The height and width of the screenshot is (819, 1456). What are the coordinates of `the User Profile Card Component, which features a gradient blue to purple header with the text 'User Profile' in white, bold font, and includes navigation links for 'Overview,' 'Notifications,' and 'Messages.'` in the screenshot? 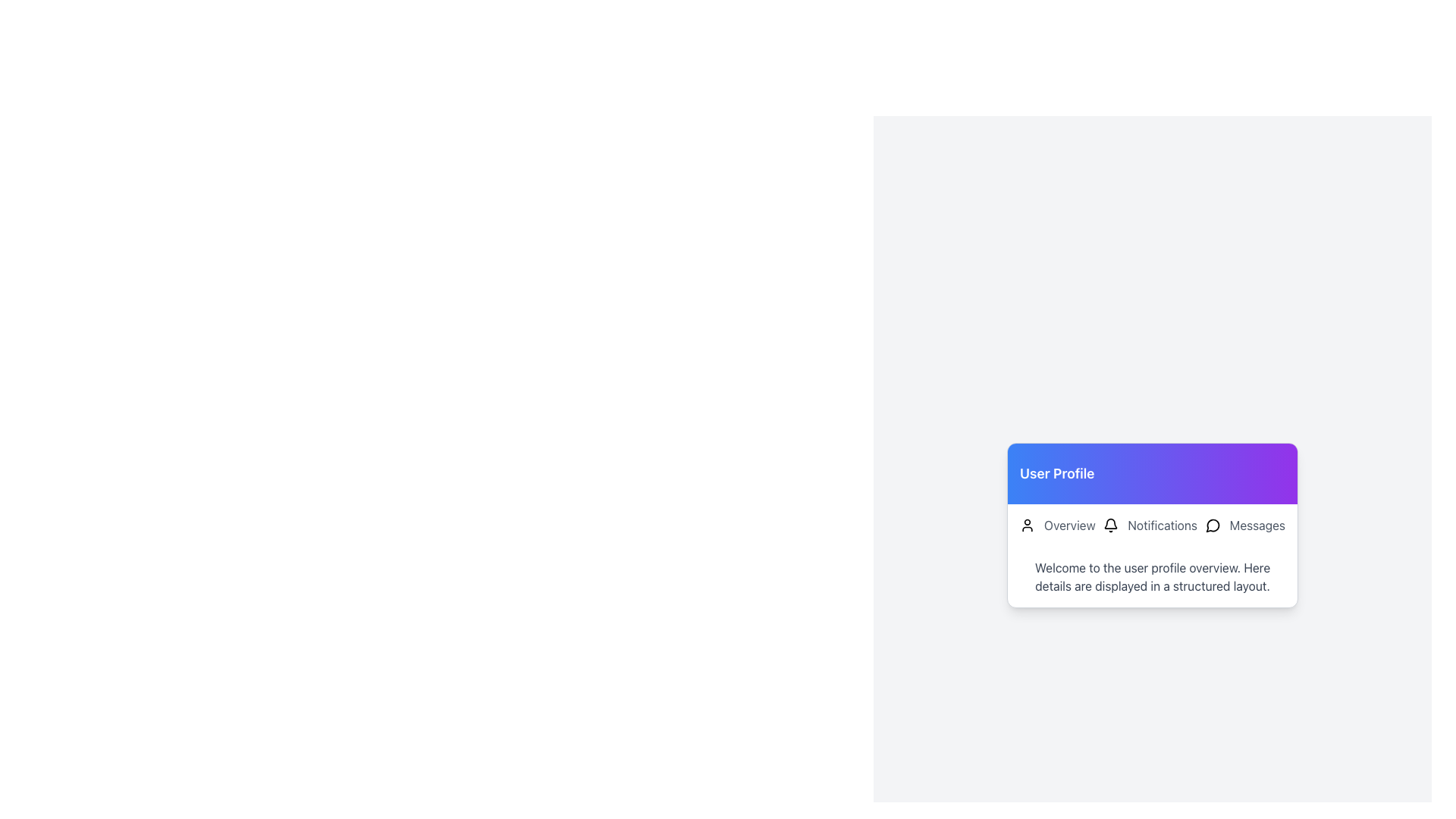 It's located at (1153, 525).